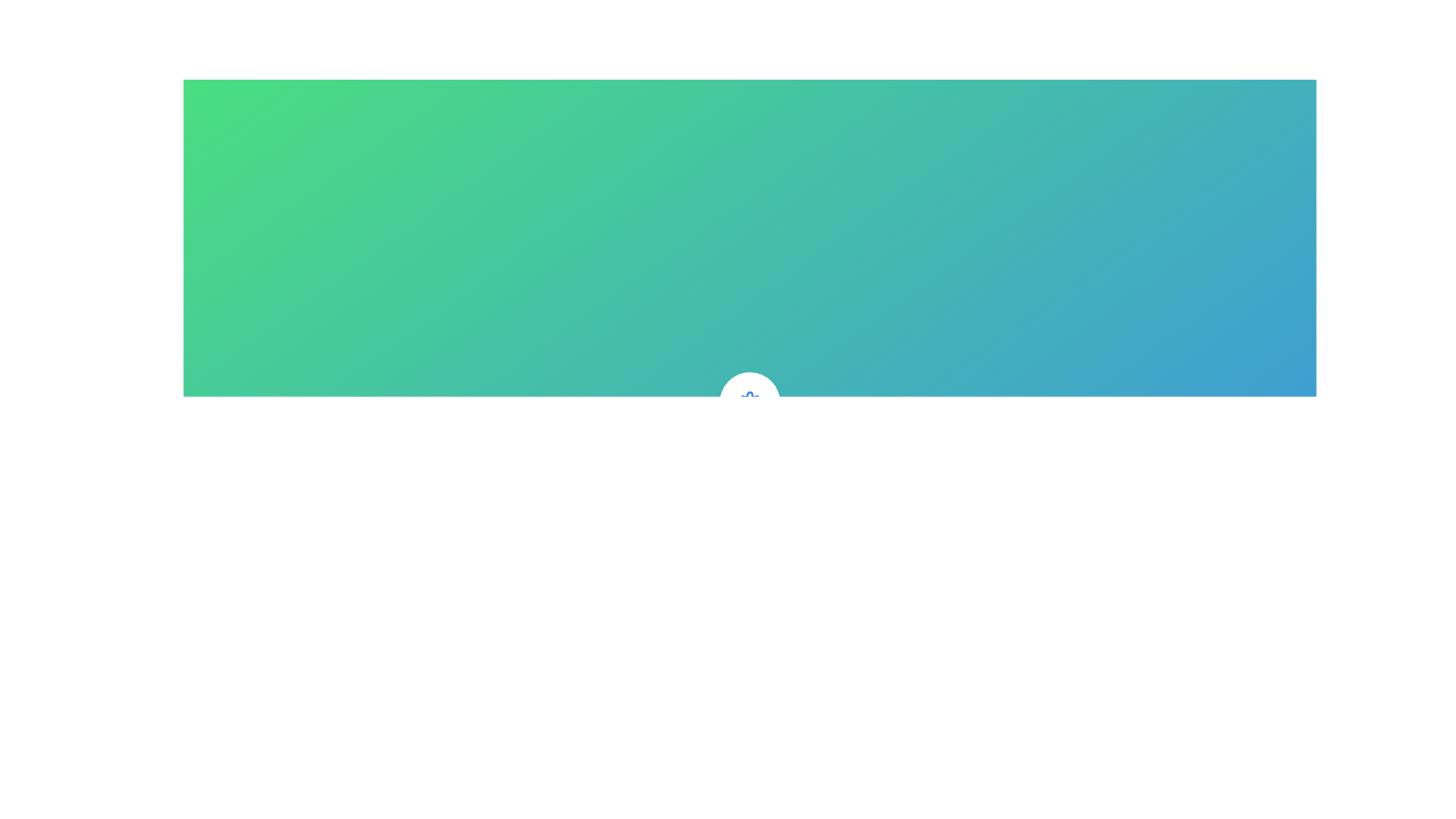  I want to click on the Icon Button located above the section with labeled buttons, so click(749, 402).